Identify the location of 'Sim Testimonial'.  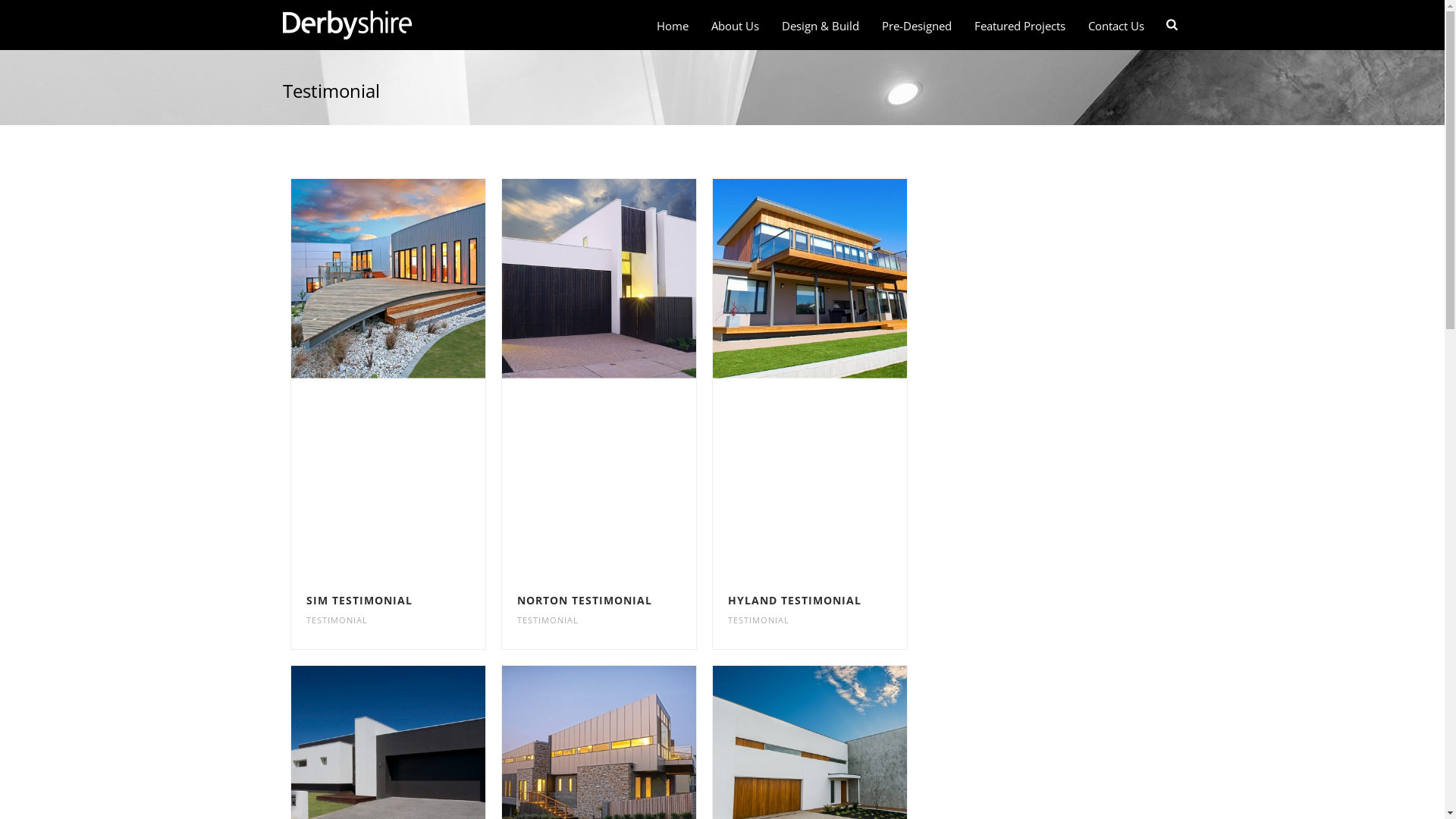
(387, 278).